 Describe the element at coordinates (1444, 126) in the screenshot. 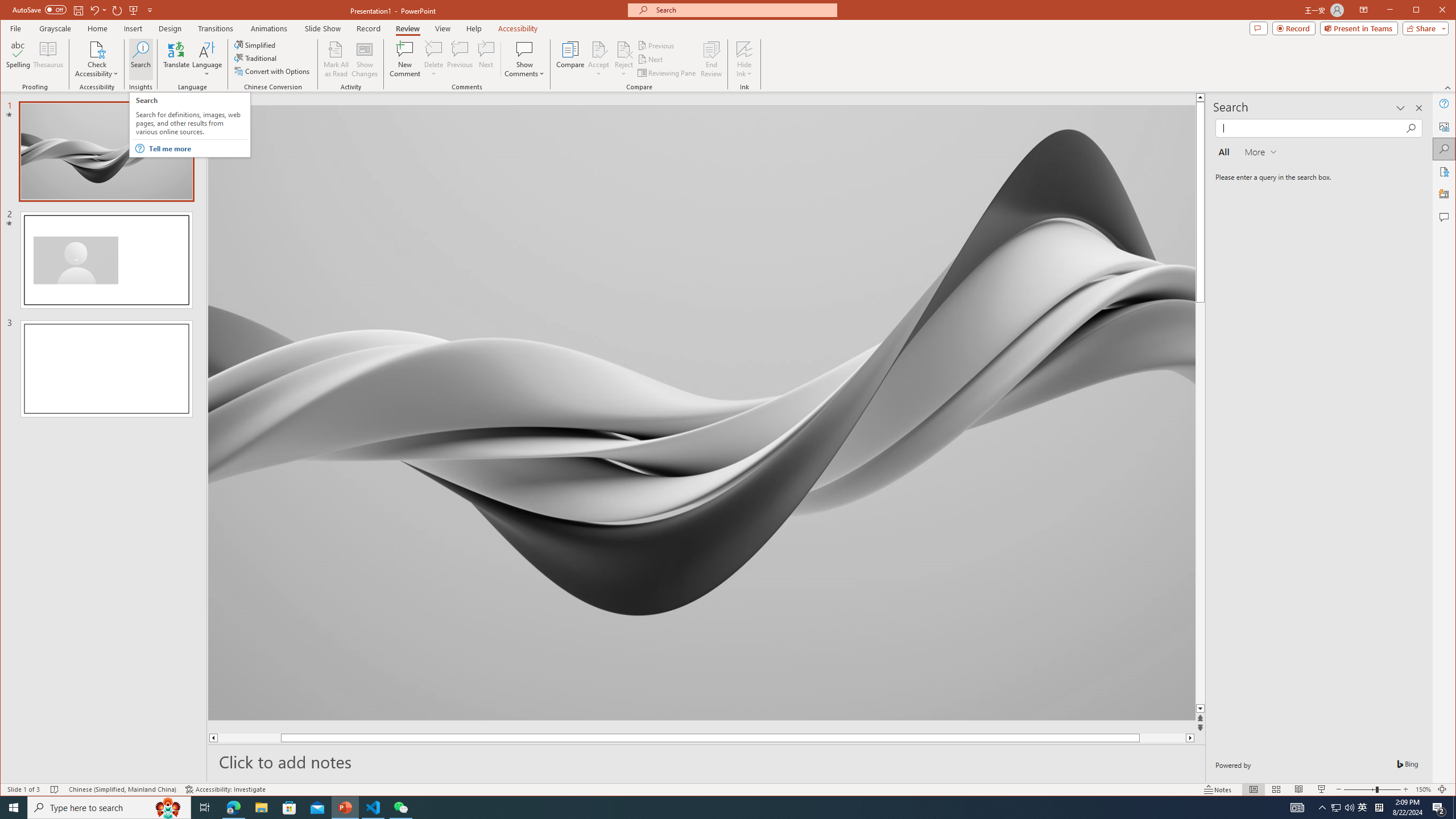

I see `'Alt Text'` at that location.